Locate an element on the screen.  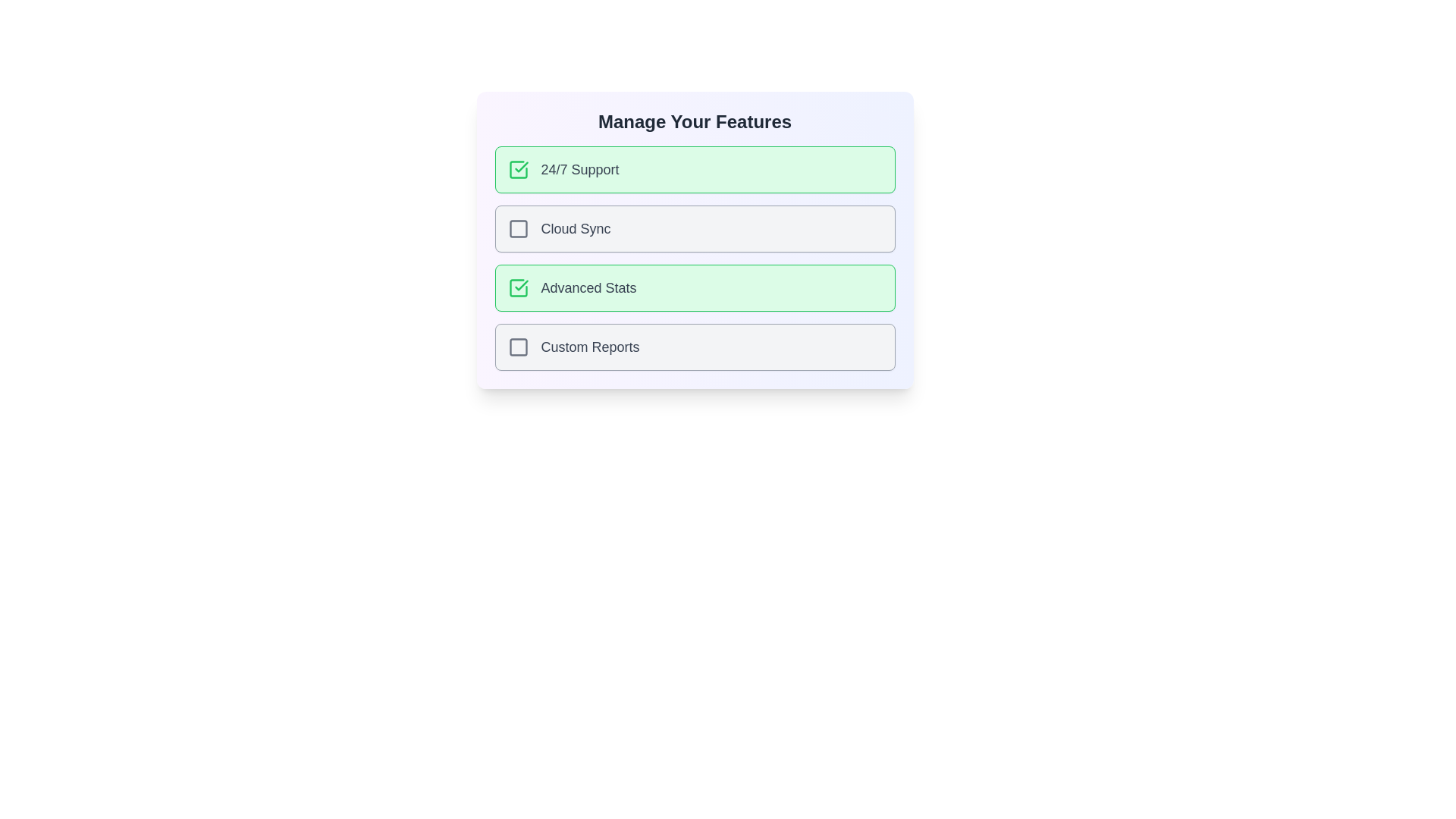
the Checkbox icon, represented as a green checkmark in a square outline, located in the left section of the first item in the '24/7 Support' list is located at coordinates (518, 169).